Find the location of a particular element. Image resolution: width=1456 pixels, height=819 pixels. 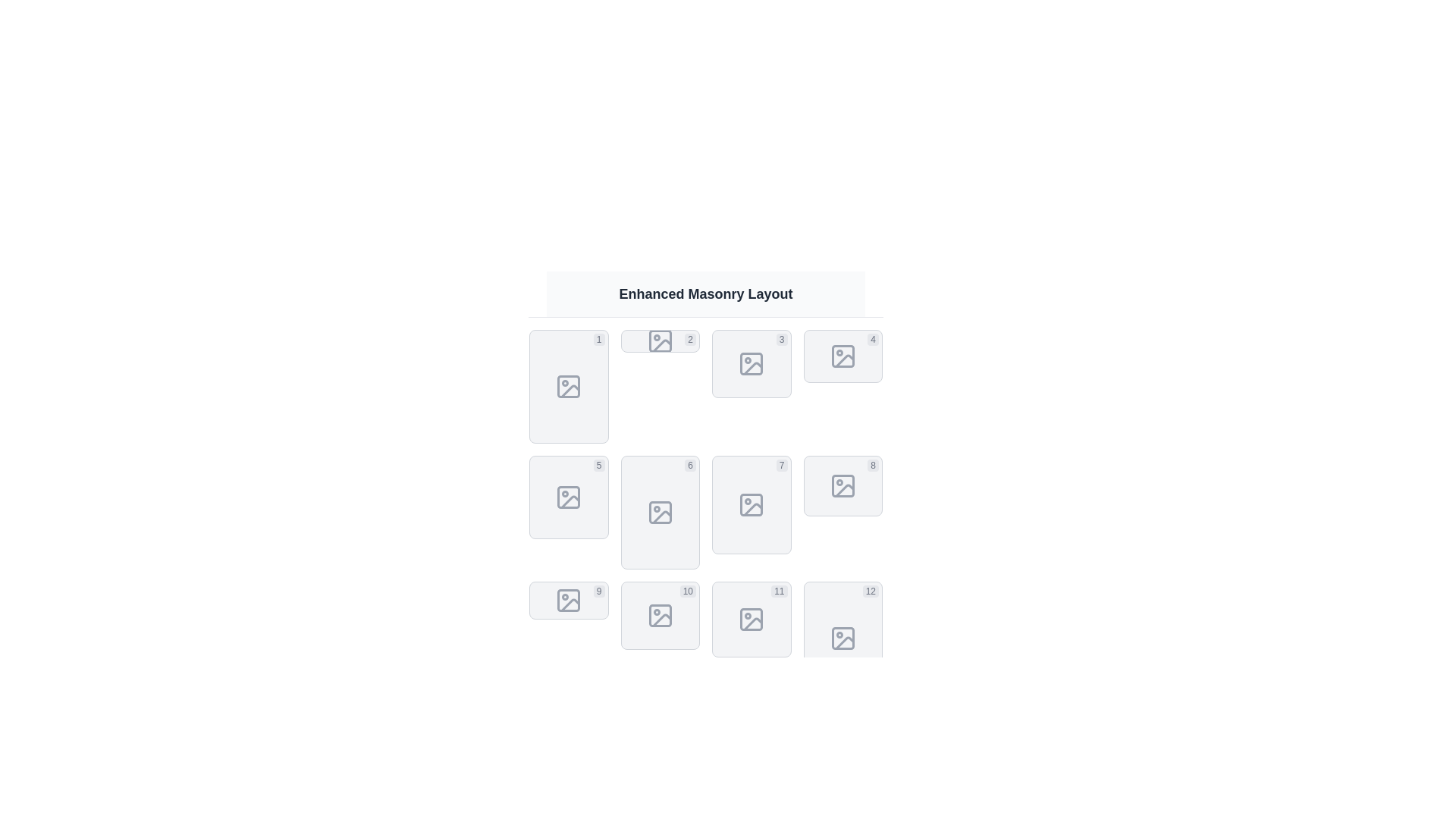

the grid item component with a light gray background and an icon resembling an image, which contains the number '4' in the top-right corner is located at coordinates (842, 356).